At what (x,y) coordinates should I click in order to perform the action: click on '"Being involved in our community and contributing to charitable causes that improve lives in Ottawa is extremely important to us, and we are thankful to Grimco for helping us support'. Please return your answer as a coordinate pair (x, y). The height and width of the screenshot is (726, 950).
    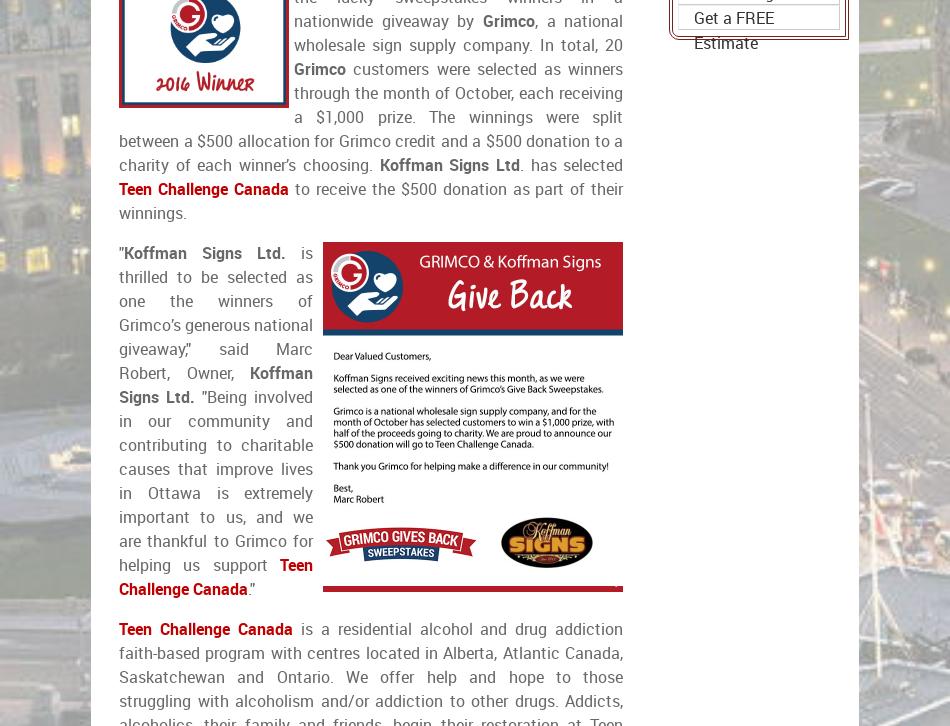
    Looking at the image, I should click on (216, 481).